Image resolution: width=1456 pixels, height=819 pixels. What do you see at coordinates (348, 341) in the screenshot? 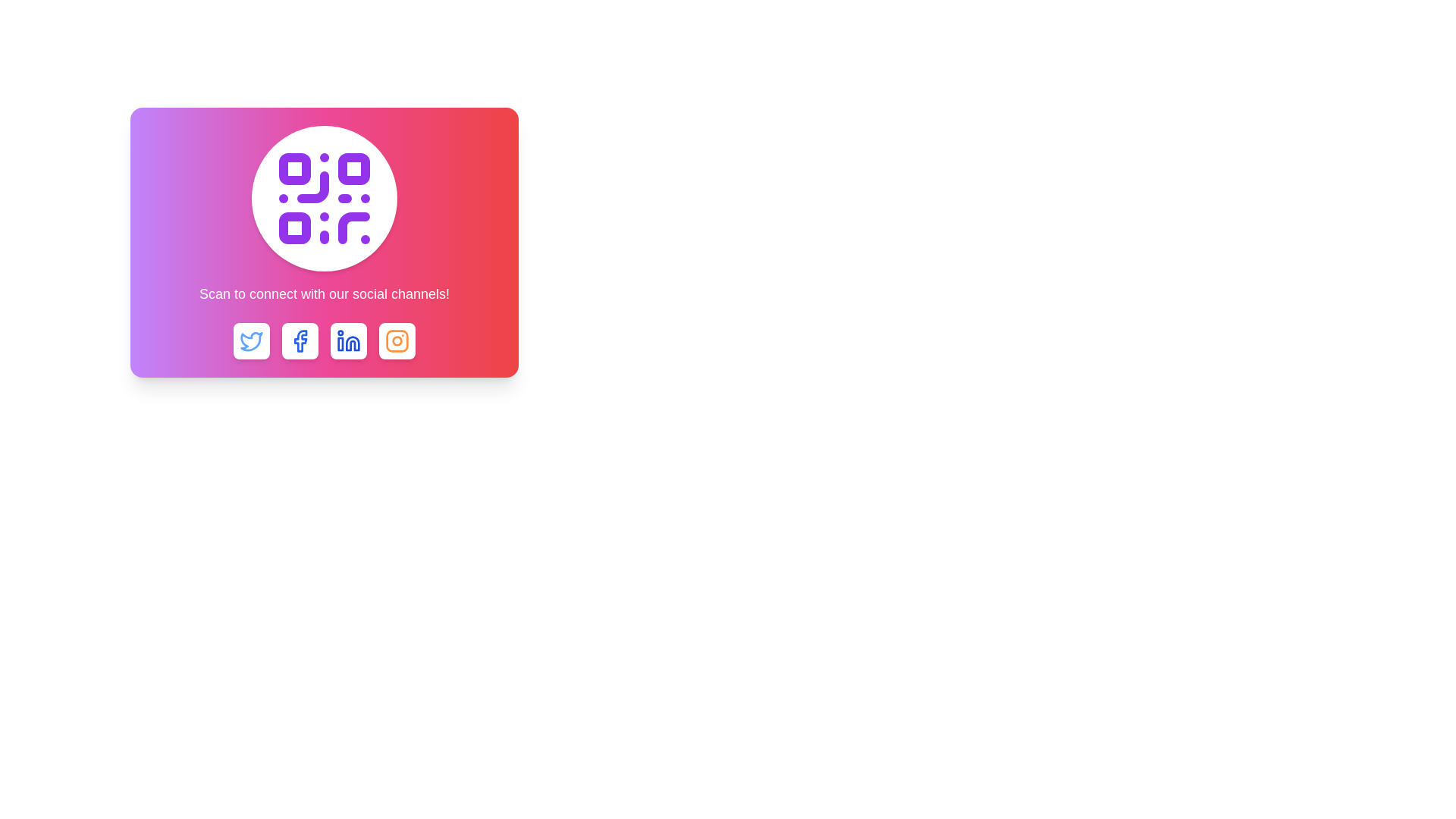
I see `the LinkedIn logo icon, which is a blue and white circular design located as the third icon from the left beneath a QR code display, to follow the LinkedIn link` at bounding box center [348, 341].